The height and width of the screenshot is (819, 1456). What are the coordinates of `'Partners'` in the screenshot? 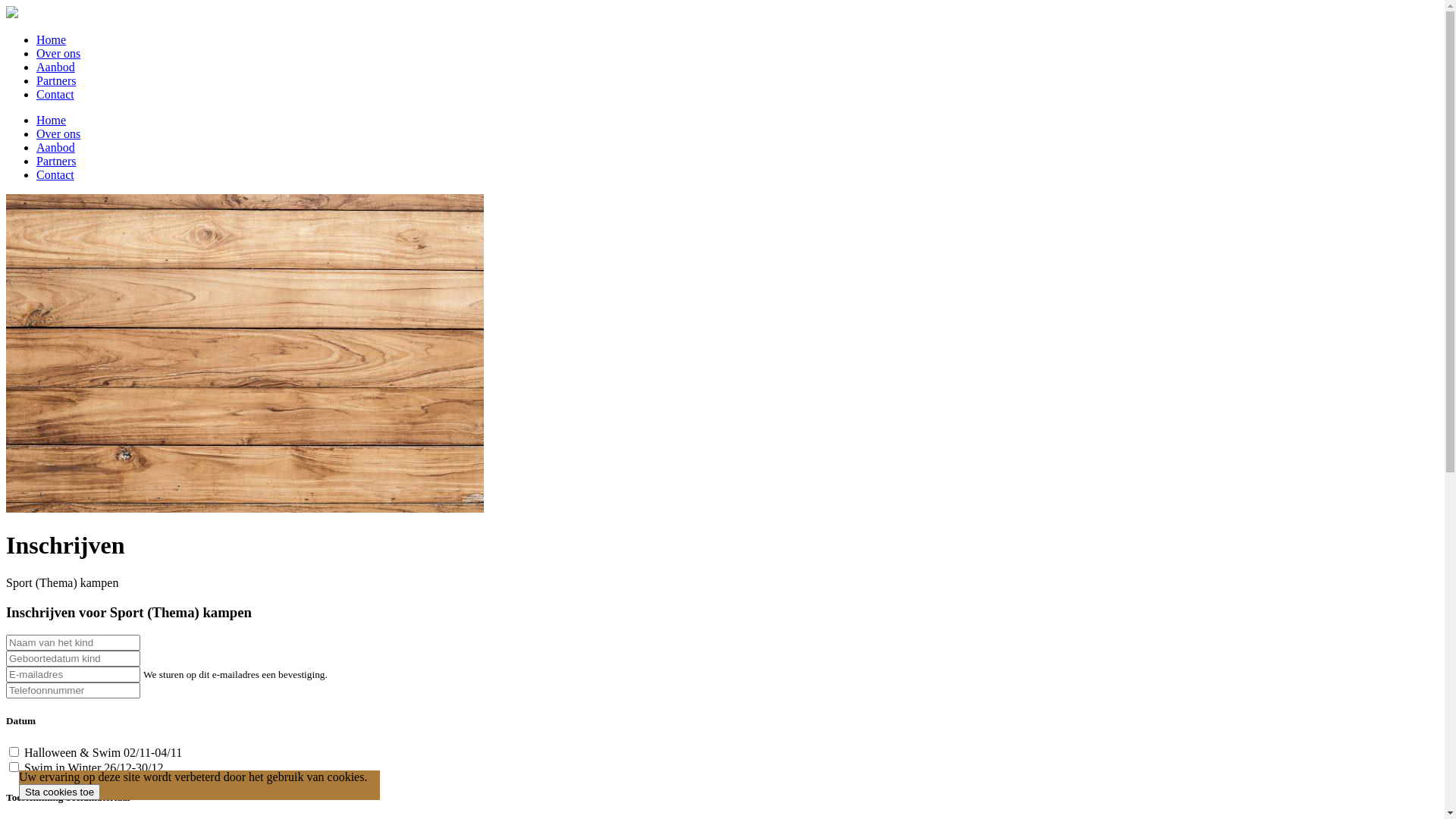 It's located at (55, 80).